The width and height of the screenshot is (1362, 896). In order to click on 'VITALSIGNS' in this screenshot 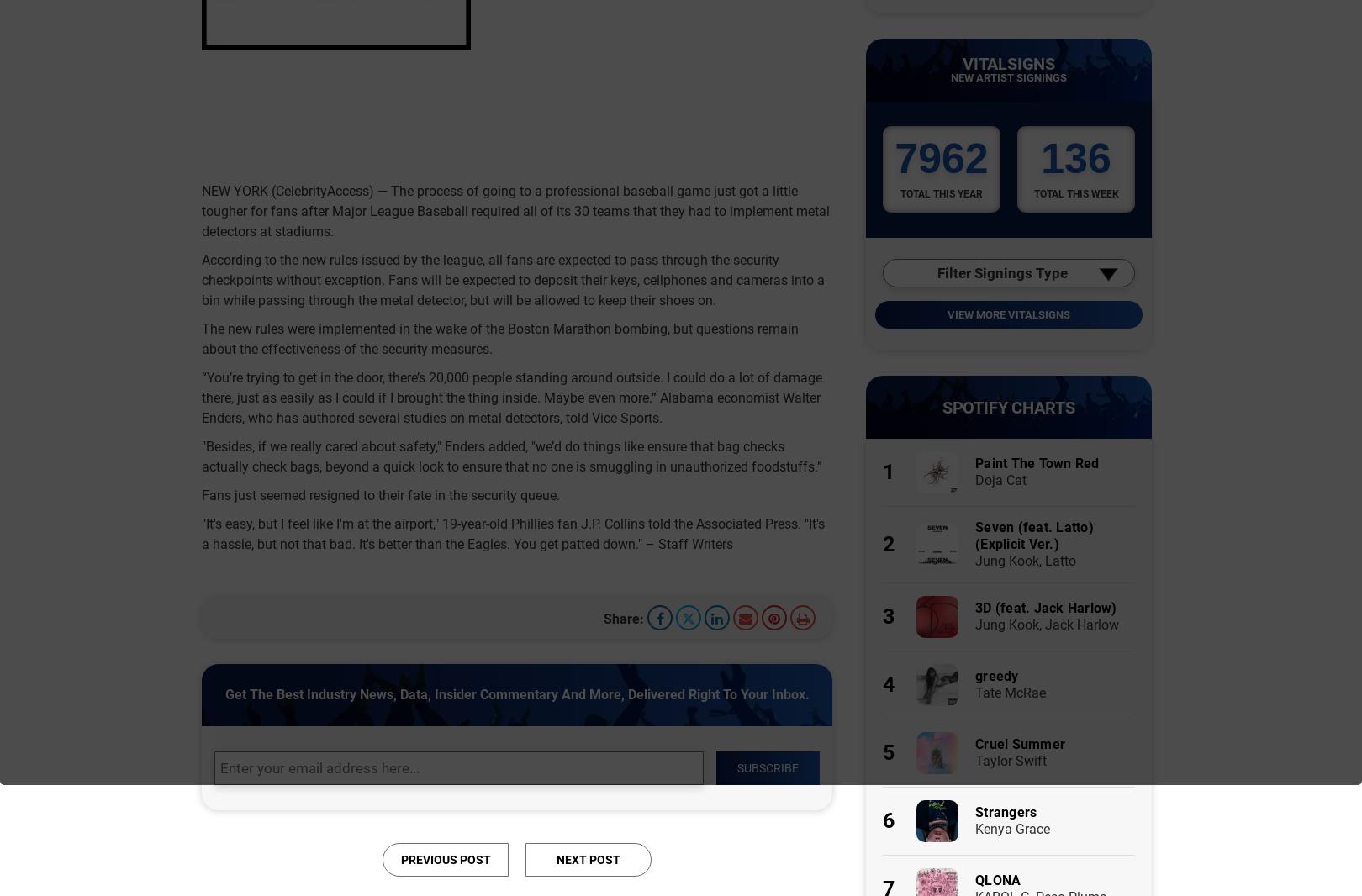, I will do `click(1007, 63)`.